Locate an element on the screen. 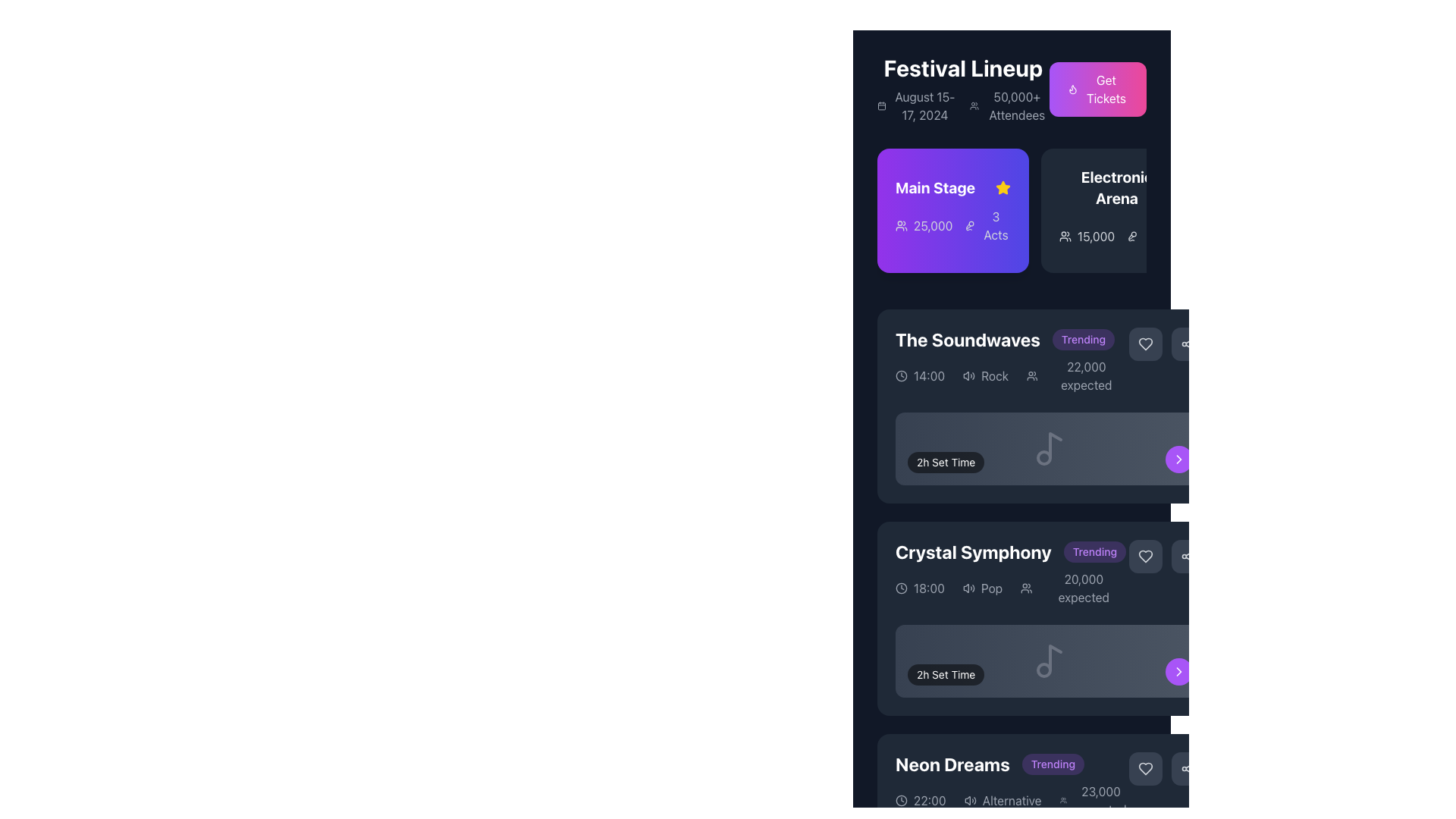 The image size is (1456, 819). text label 'Main Stage' which identifies the primary performance area on the purple gradient card in the 'Festival Lineup' section is located at coordinates (952, 187).